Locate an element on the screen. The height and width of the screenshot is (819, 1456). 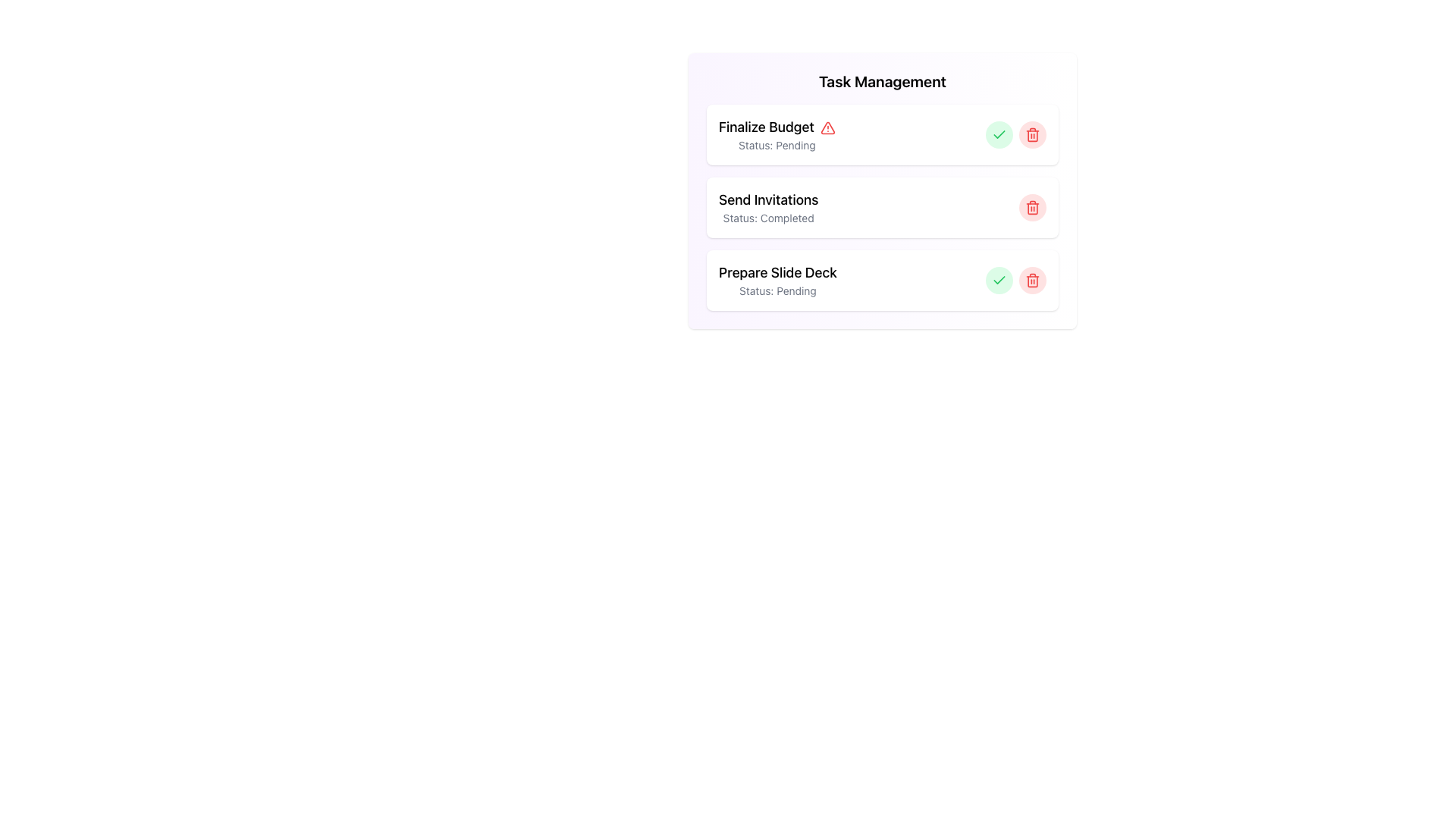
the appearance of the red triangular alert icon located next to the 'Finalize Budget' task item is located at coordinates (827, 127).